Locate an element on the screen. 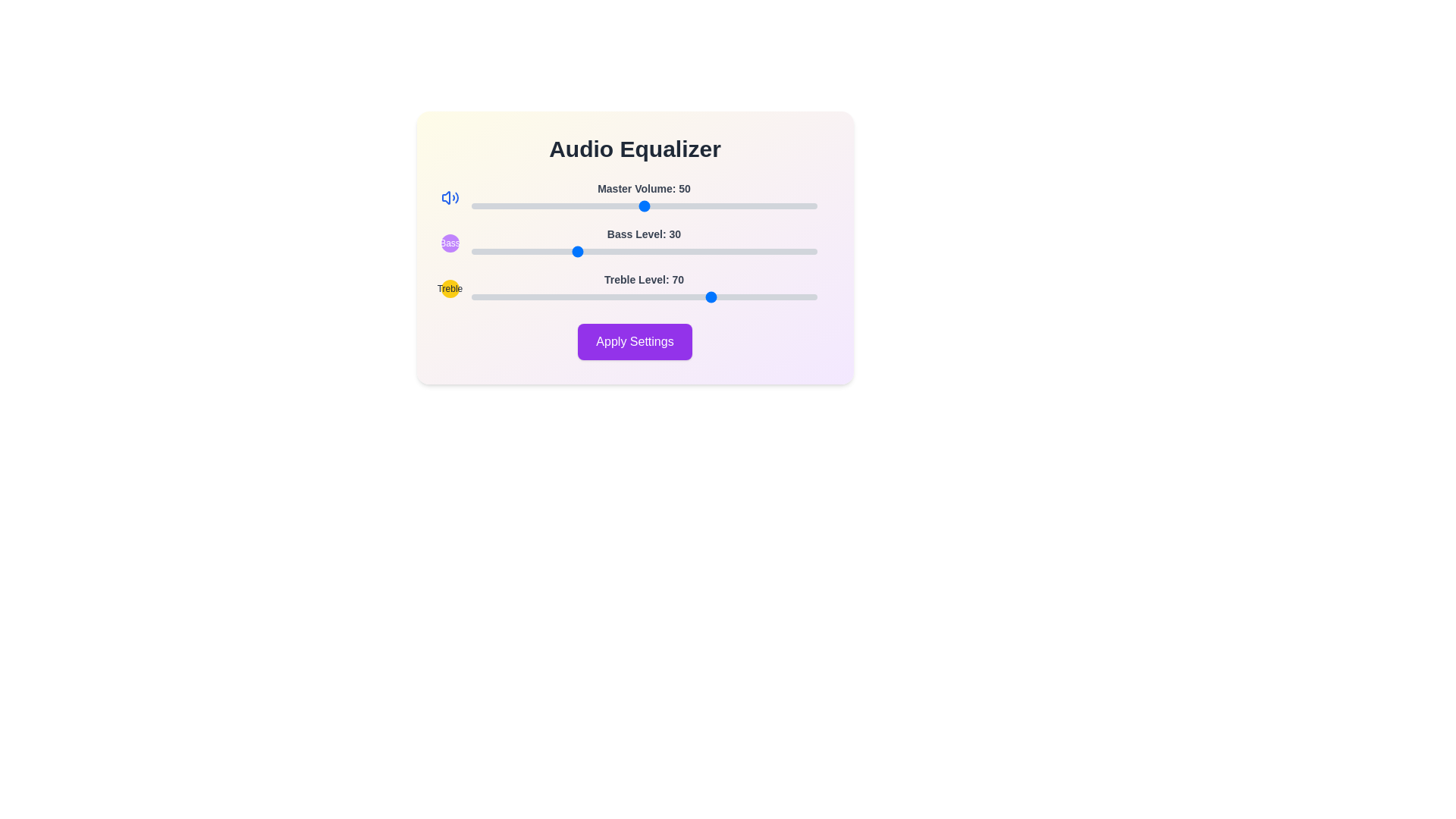  the bass level is located at coordinates (495, 250).